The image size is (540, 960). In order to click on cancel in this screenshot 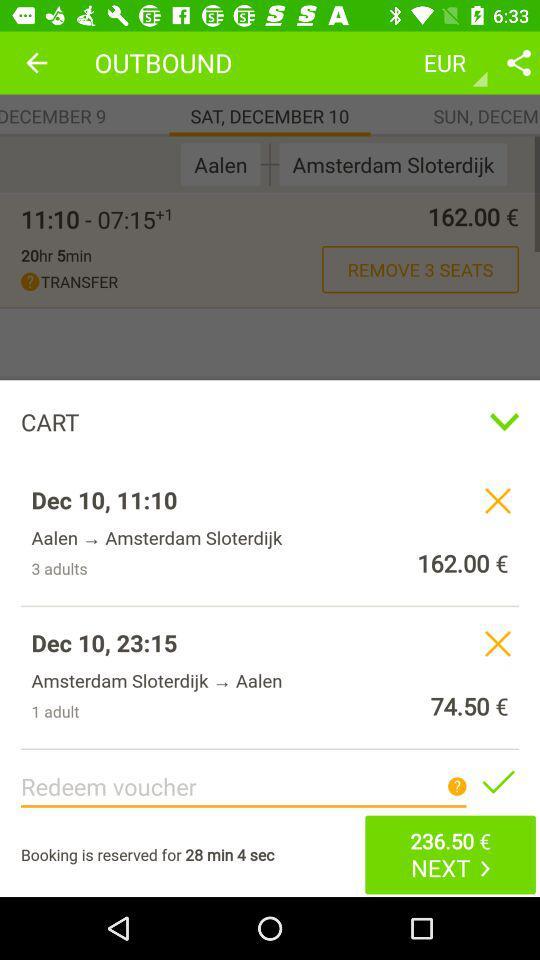, I will do `click(496, 642)`.